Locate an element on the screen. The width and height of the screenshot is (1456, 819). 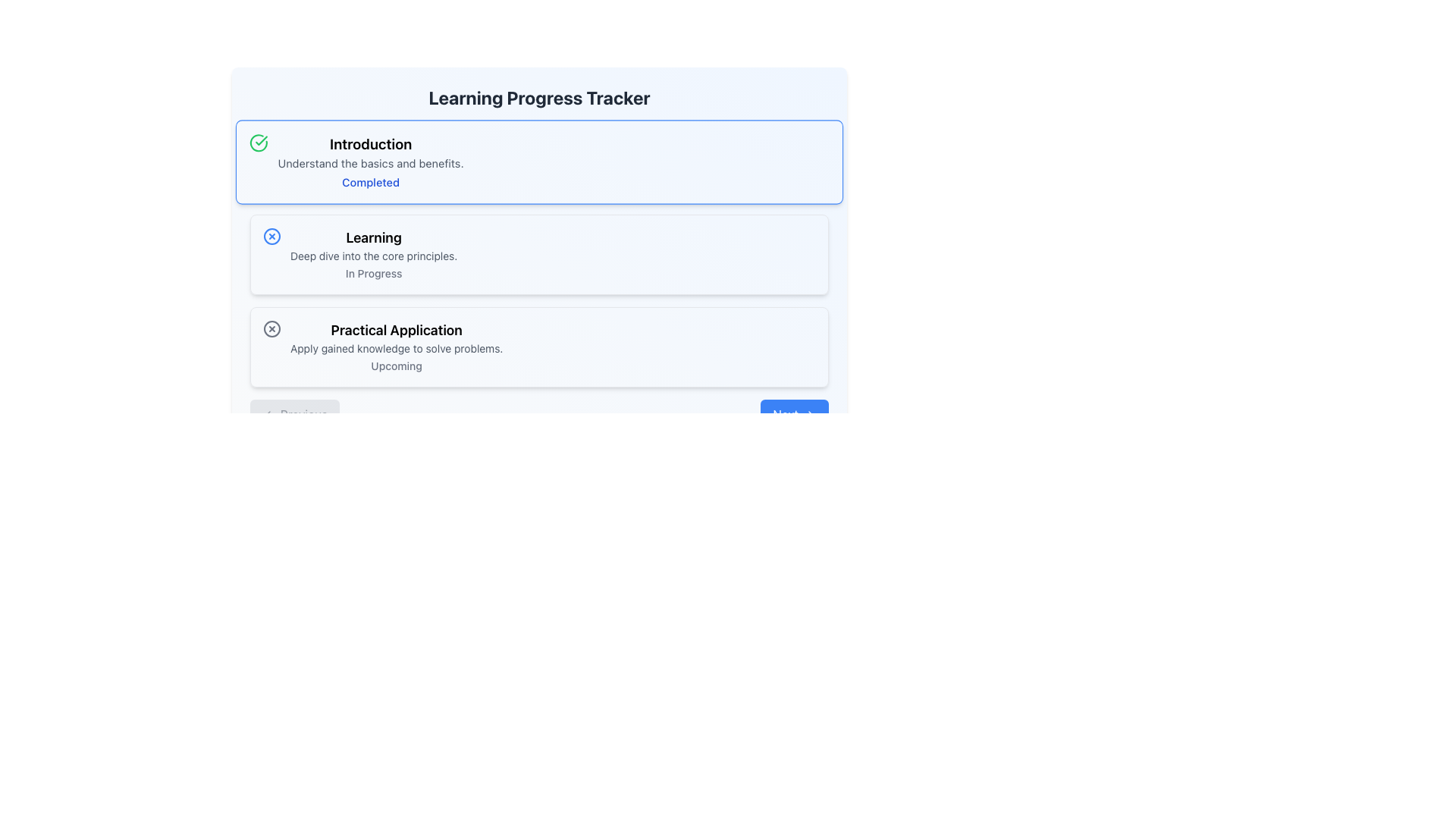
the text label reading 'Introduction' in bold, located in the 'Learning Progress Tracker' interface is located at coordinates (371, 144).